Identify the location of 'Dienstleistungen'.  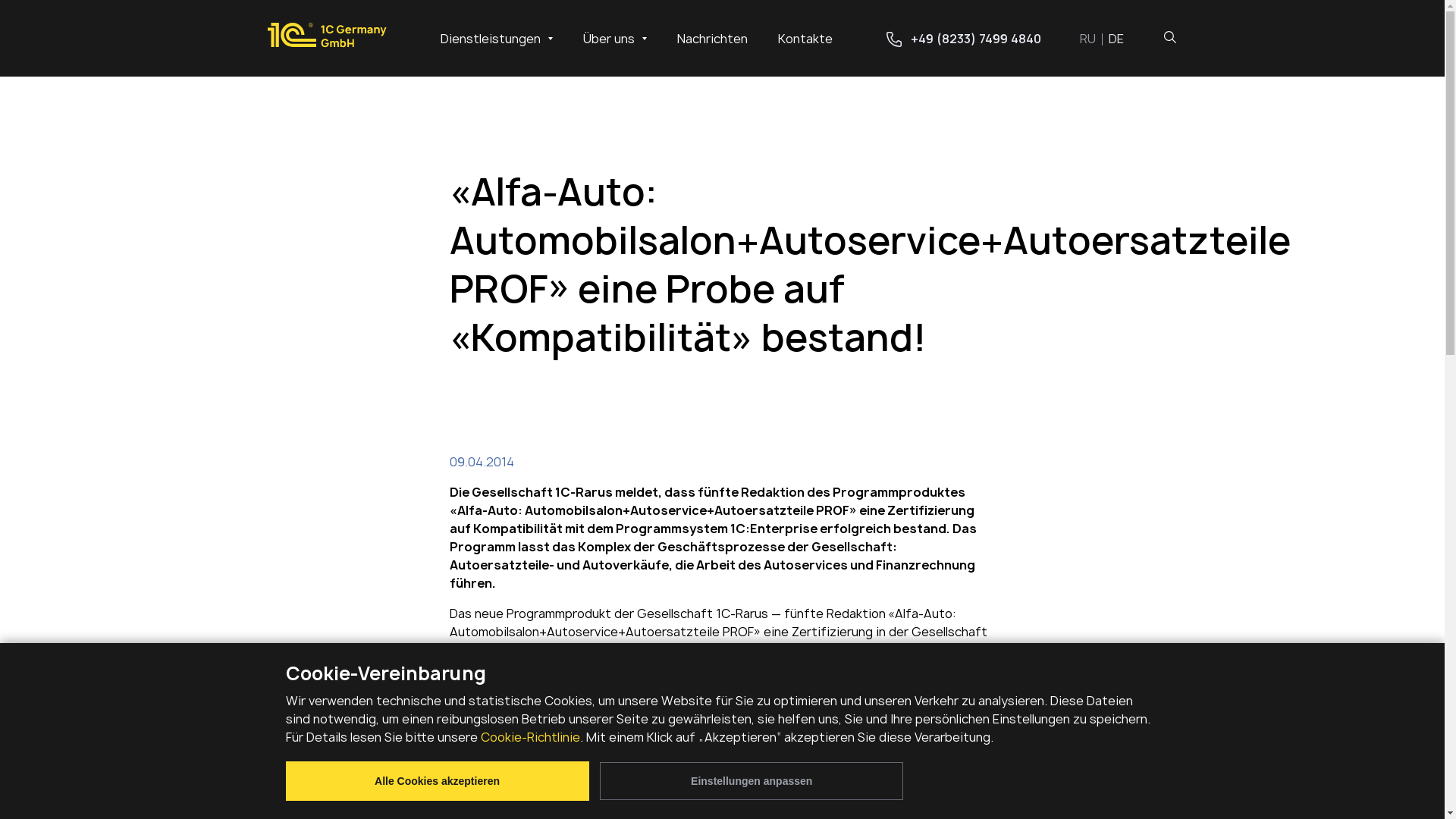
(495, 37).